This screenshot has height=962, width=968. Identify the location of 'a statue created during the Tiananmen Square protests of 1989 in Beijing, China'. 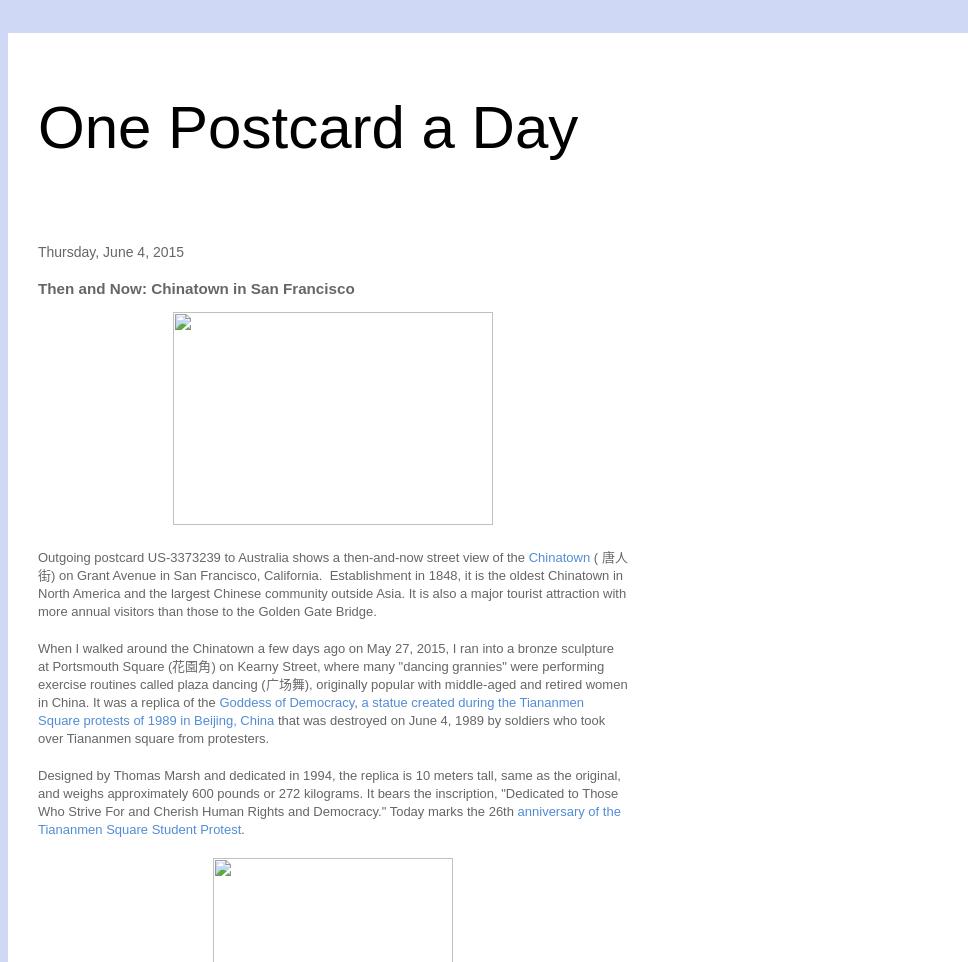
(310, 710).